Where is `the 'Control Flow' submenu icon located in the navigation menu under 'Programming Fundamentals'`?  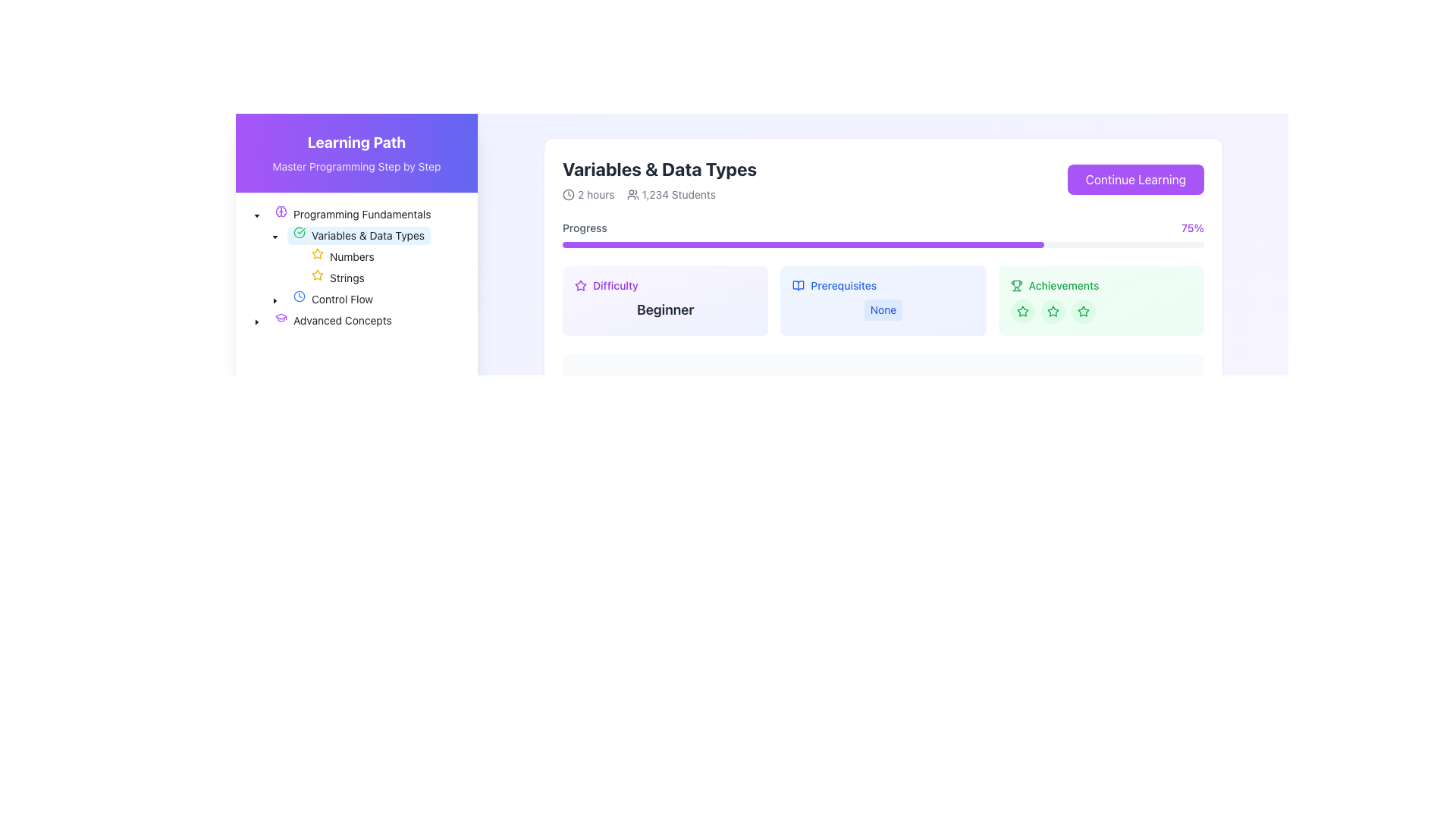 the 'Control Flow' submenu icon located in the navigation menu under 'Programming Fundamentals' is located at coordinates (299, 296).